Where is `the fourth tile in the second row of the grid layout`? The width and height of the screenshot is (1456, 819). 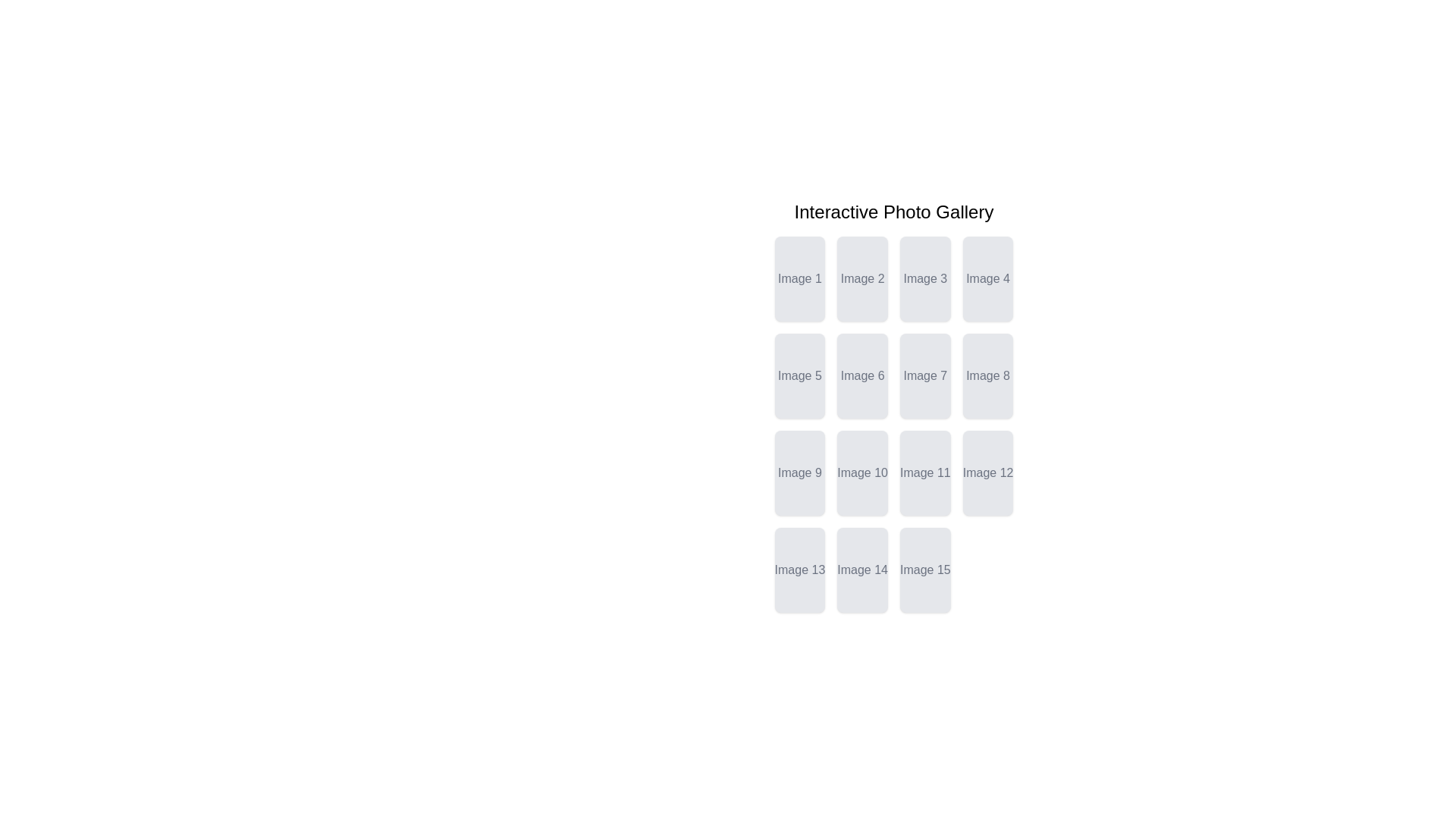 the fourth tile in the second row of the grid layout is located at coordinates (988, 375).